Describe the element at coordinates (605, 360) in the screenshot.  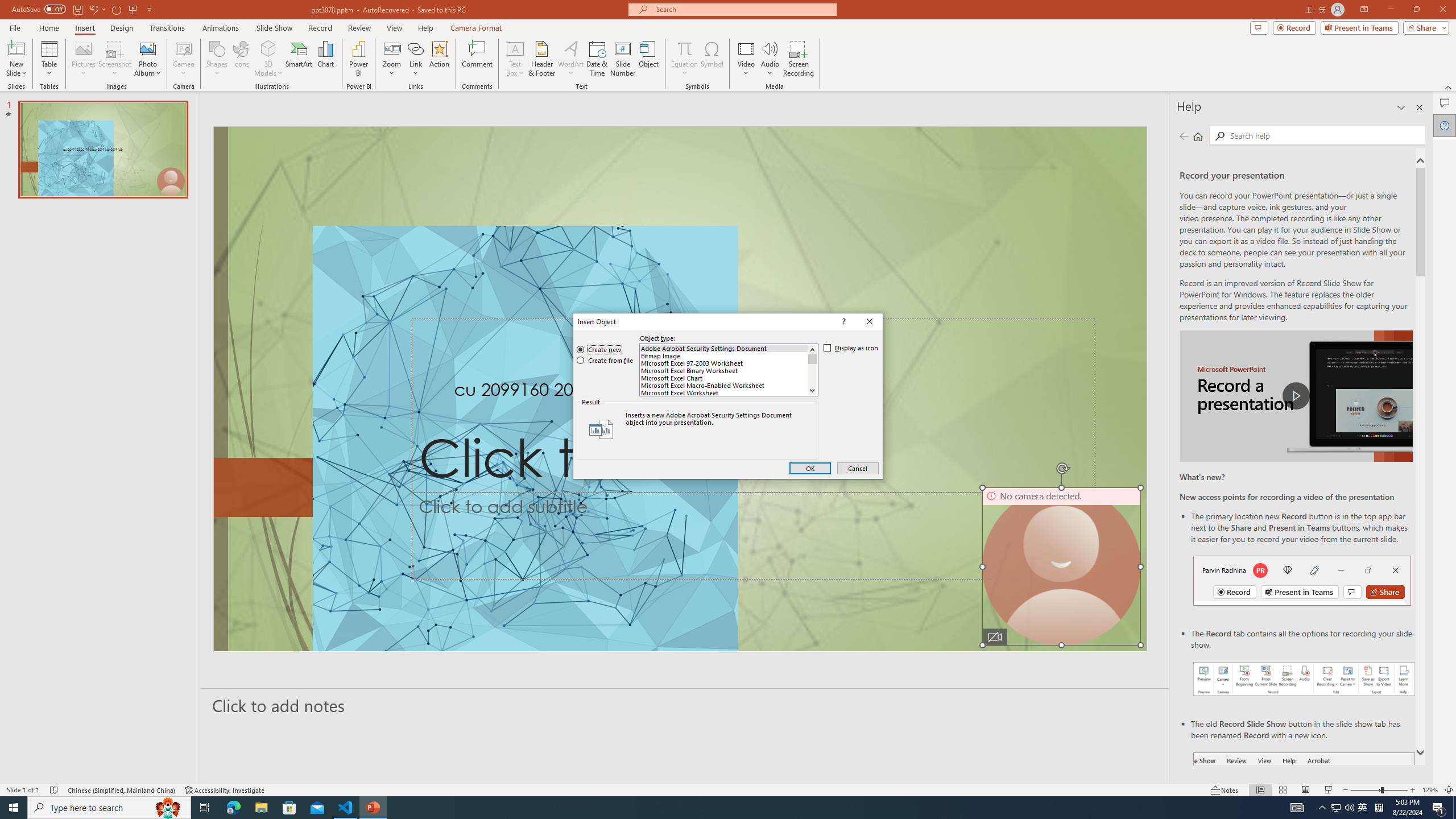
I see `'Create from file'` at that location.